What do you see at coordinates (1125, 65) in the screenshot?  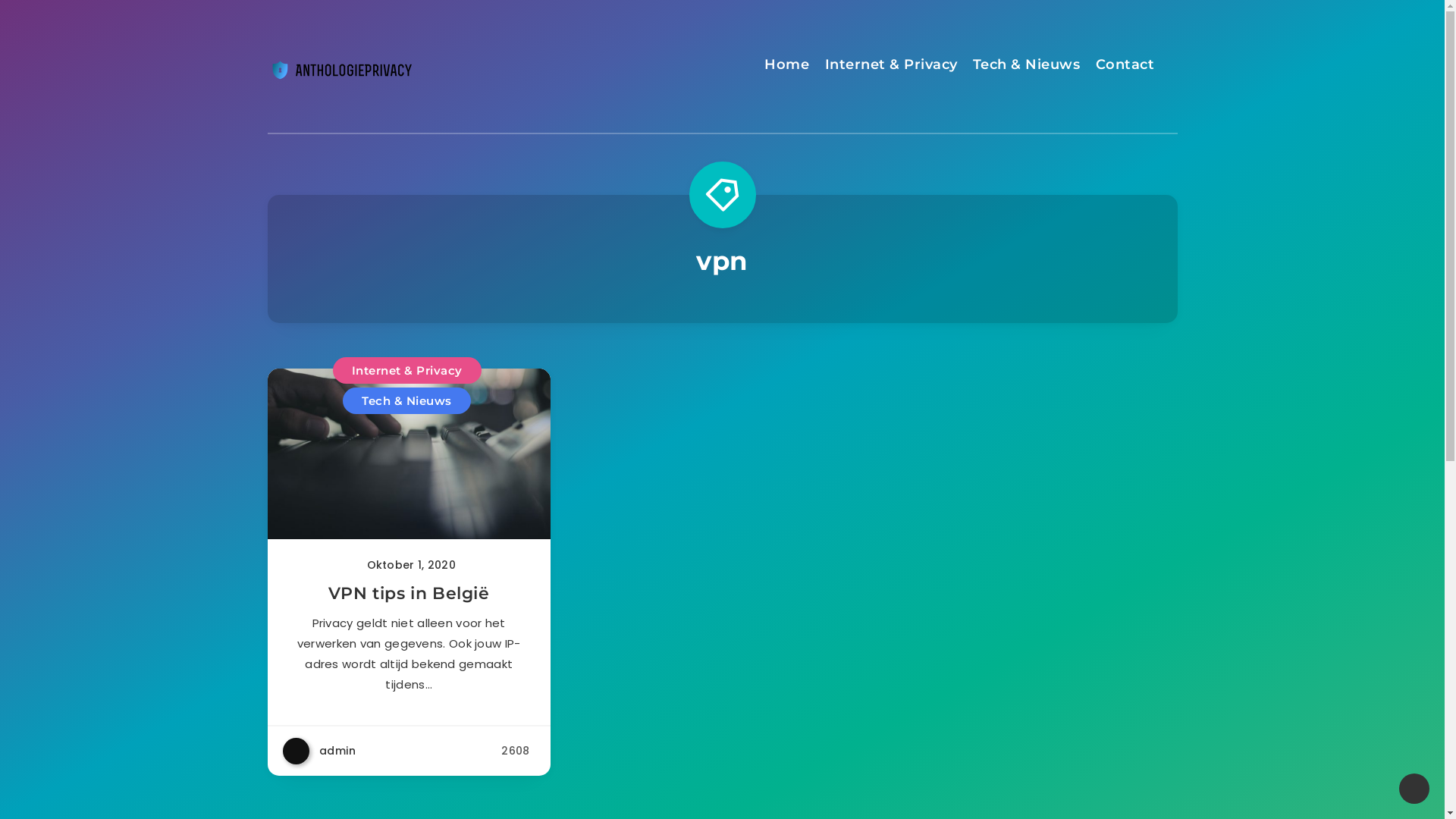 I see `'Contact'` at bounding box center [1125, 65].